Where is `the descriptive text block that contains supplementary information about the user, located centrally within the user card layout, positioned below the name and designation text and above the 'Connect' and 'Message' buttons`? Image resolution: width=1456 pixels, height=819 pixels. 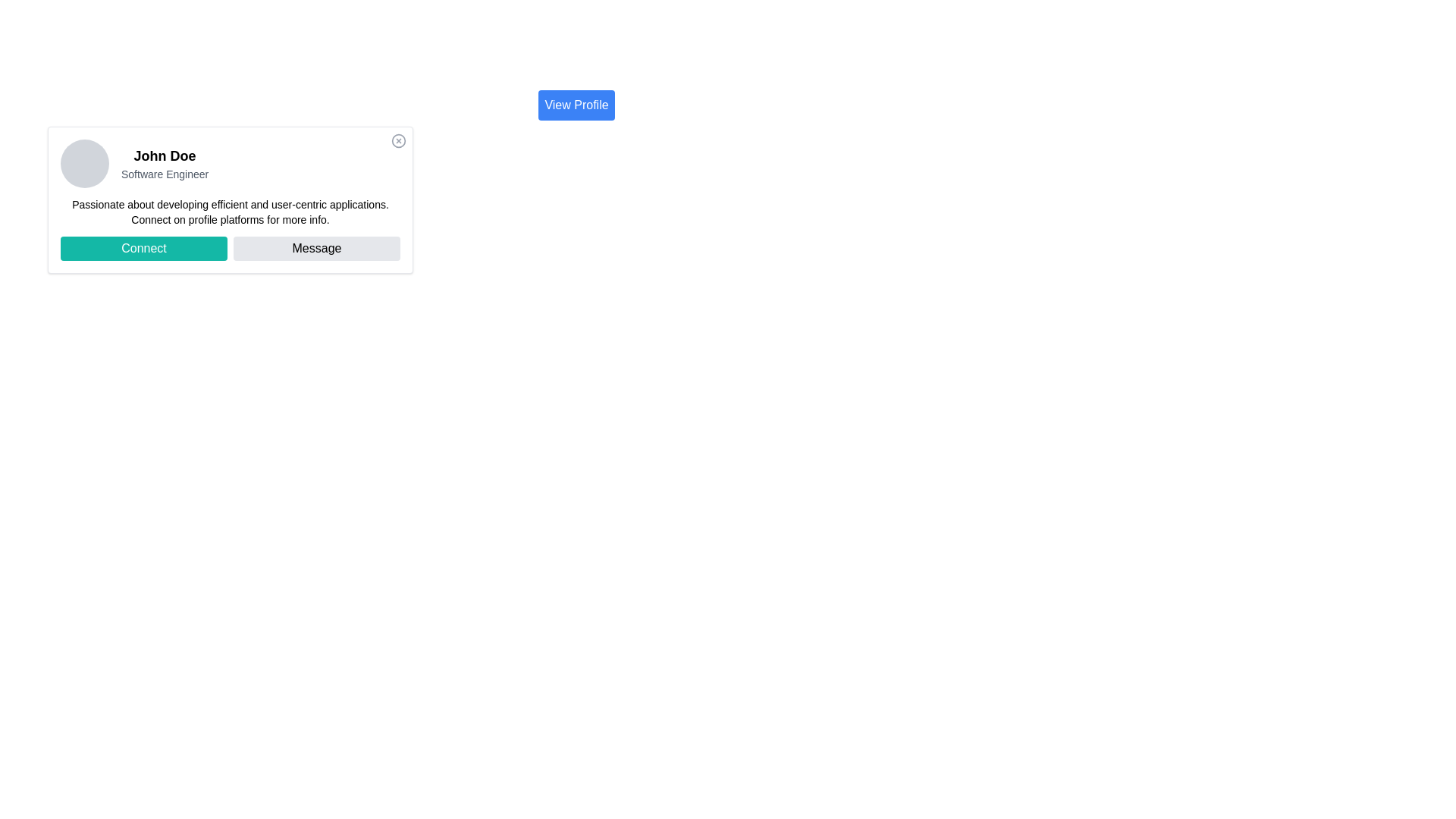
the descriptive text block that contains supplementary information about the user, located centrally within the user card layout, positioned below the name and designation text and above the 'Connect' and 'Message' buttons is located at coordinates (229, 212).